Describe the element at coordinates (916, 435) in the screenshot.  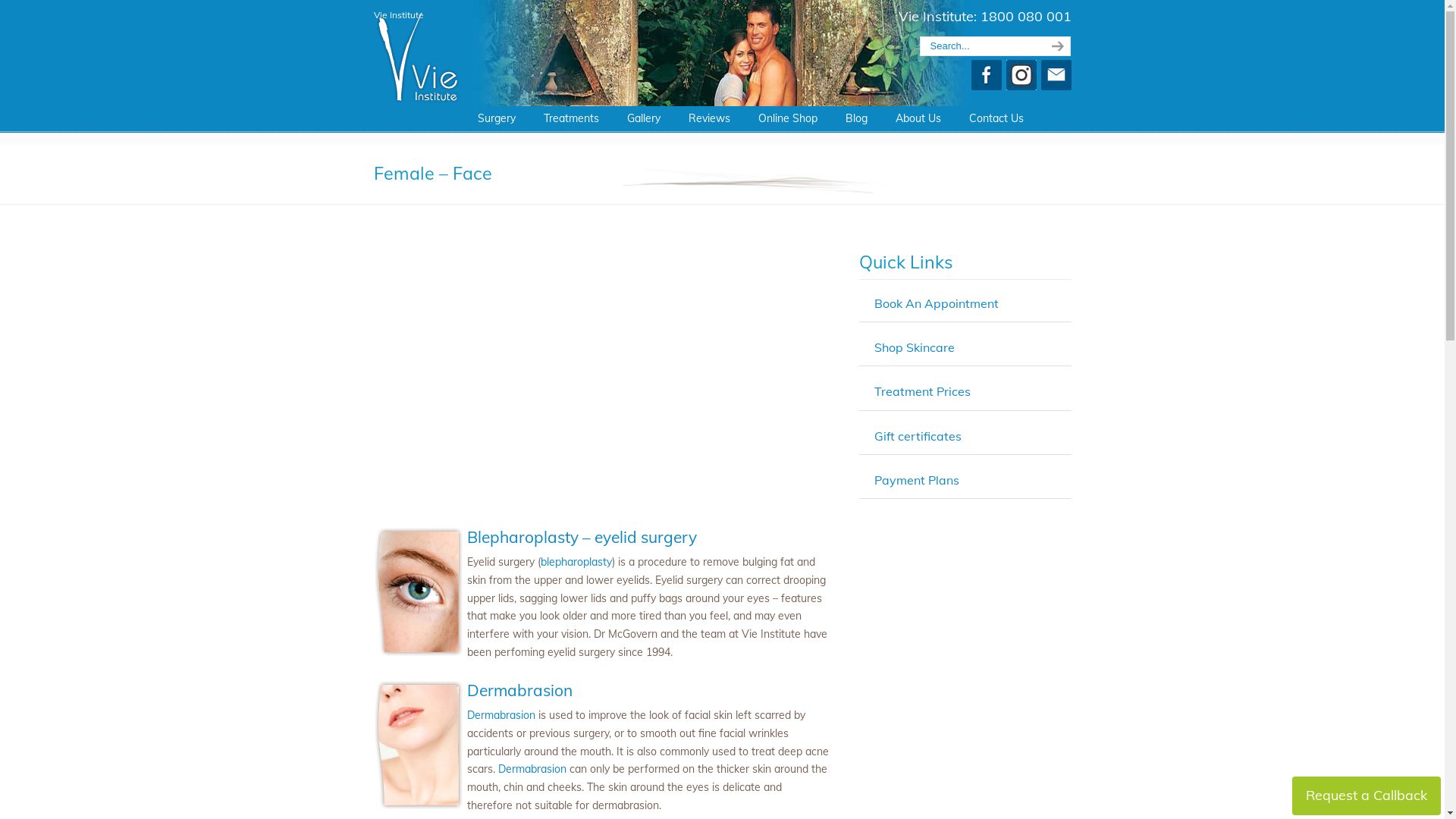
I see `'Gift certificates'` at that location.